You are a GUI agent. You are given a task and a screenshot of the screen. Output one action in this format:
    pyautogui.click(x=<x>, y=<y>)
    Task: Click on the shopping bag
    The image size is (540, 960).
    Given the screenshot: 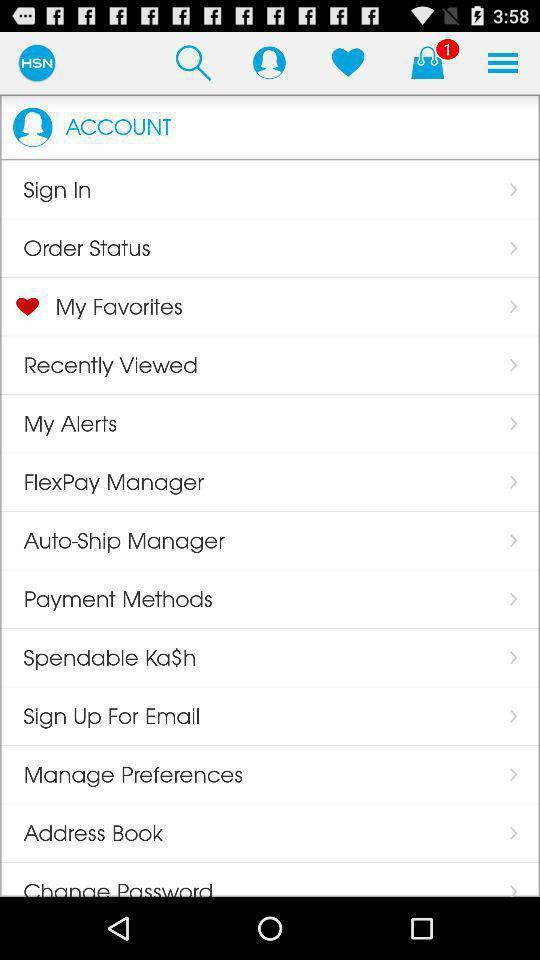 What is the action you would take?
    pyautogui.click(x=426, y=62)
    